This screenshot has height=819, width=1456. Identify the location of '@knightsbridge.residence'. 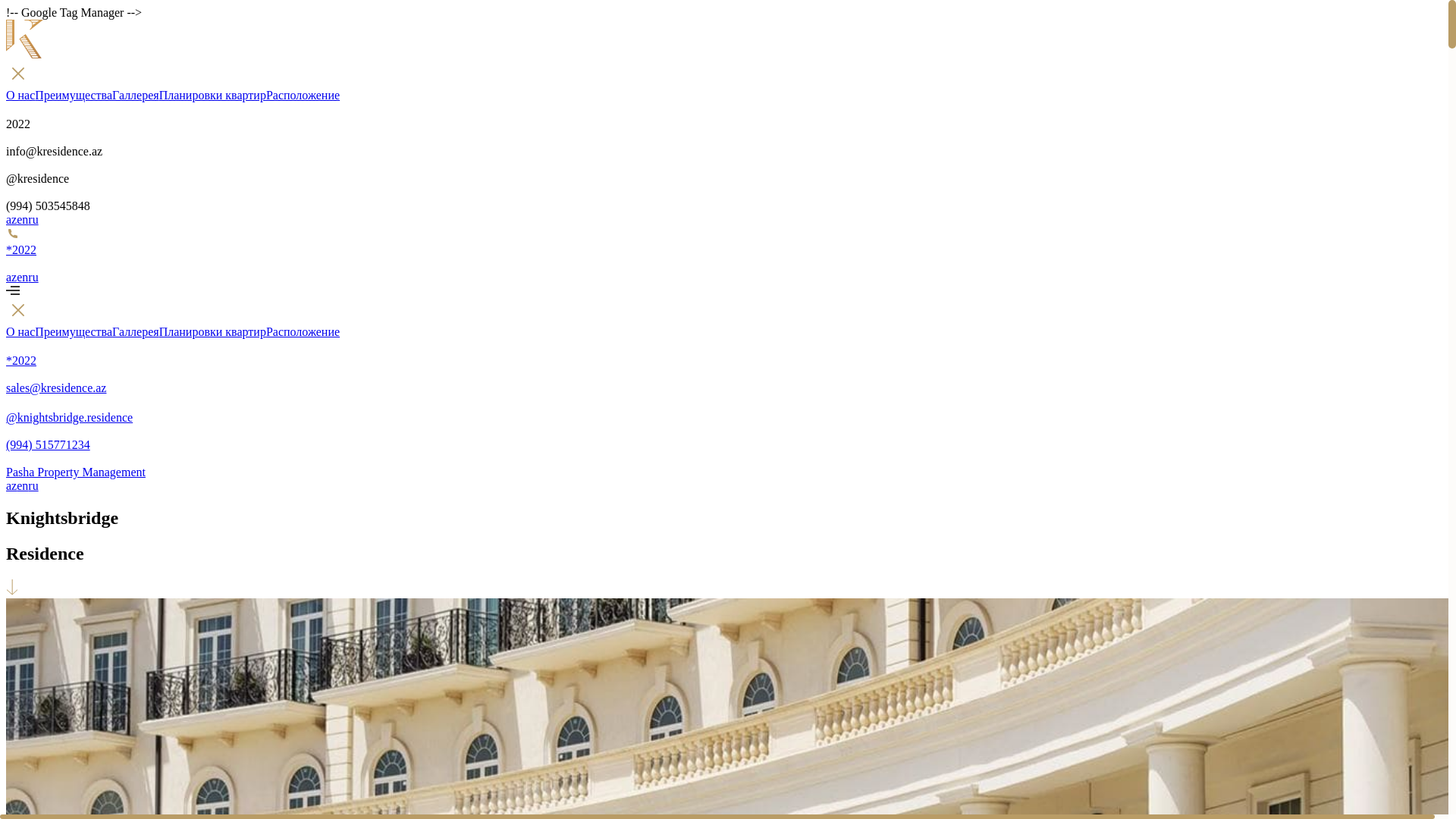
(723, 409).